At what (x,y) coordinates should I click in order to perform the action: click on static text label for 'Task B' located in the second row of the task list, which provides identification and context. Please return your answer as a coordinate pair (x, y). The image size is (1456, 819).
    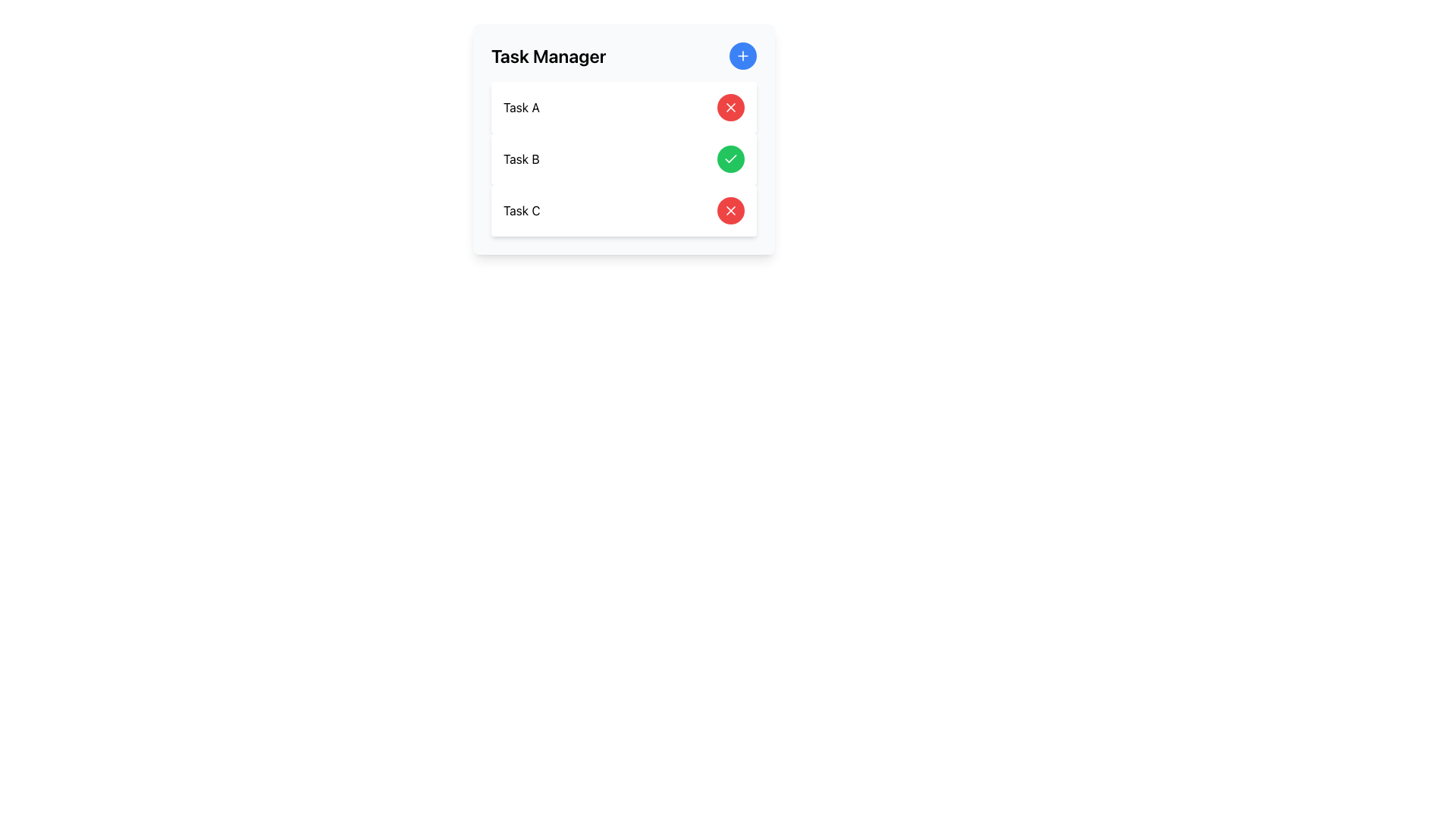
    Looking at the image, I should click on (521, 158).